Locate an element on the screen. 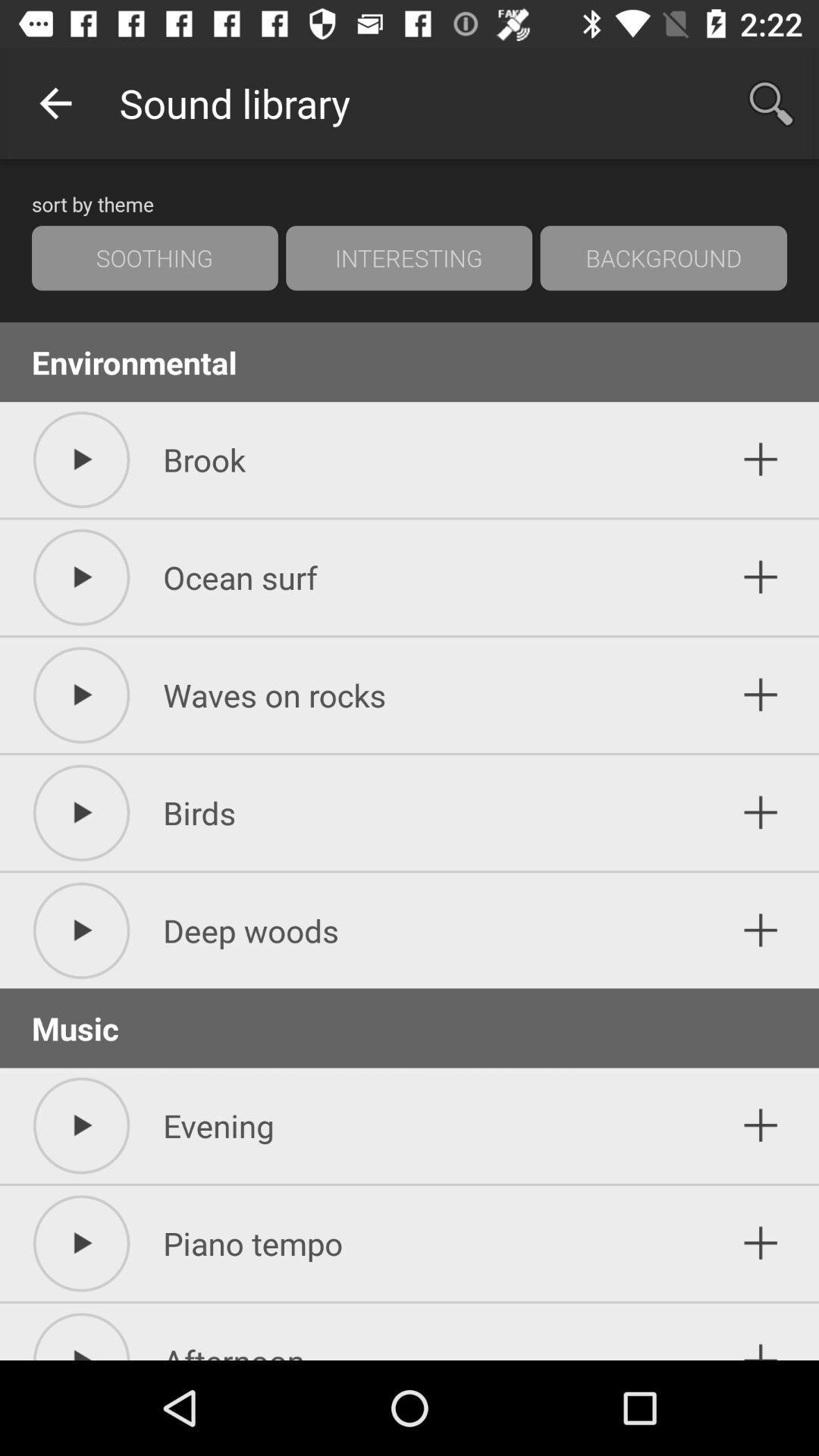 The image size is (819, 1456). item to the right of interesting is located at coordinates (663, 258).